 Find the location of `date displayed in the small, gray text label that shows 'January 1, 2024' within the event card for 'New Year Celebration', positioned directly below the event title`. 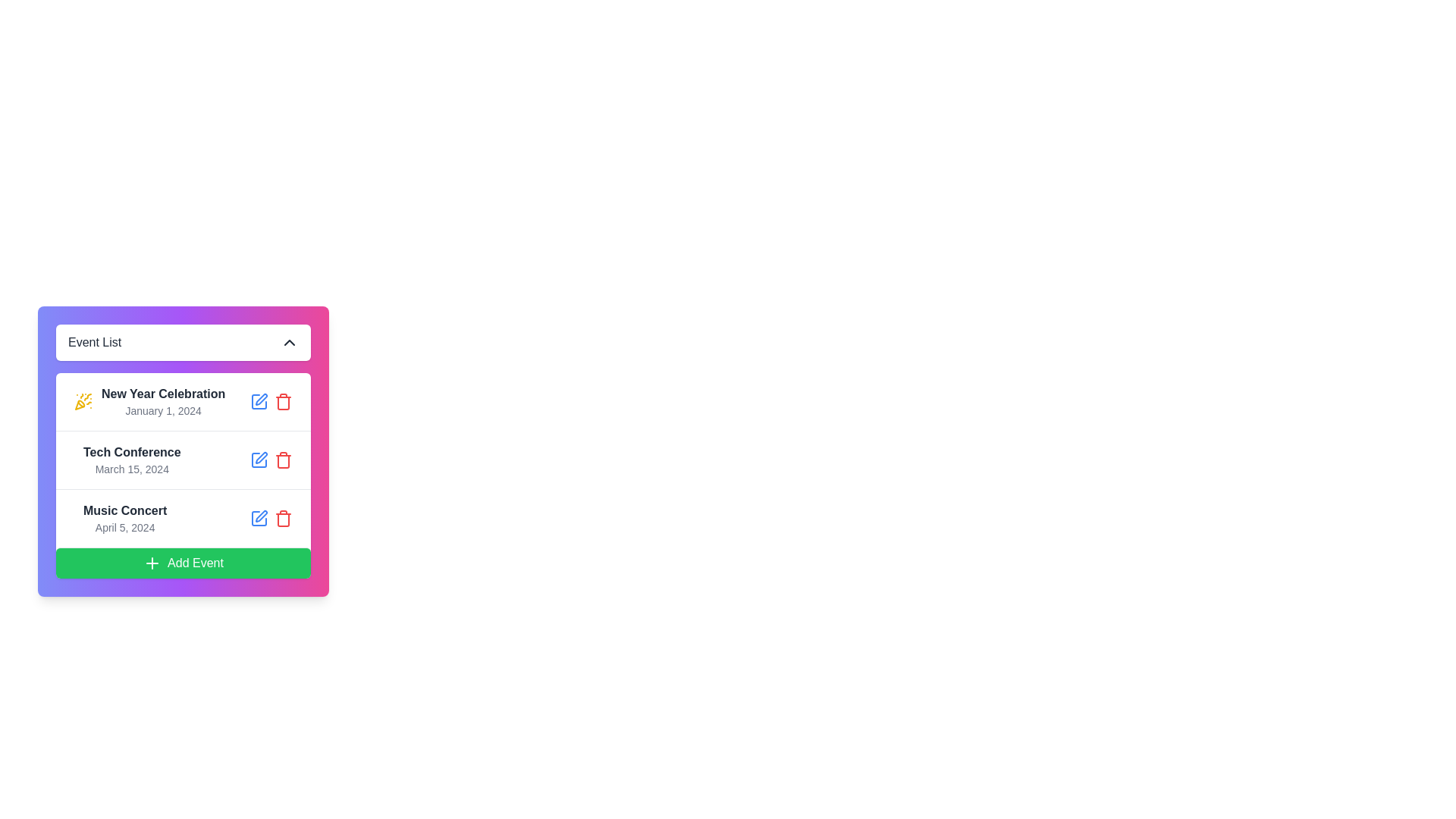

date displayed in the small, gray text label that shows 'January 1, 2024' within the event card for 'New Year Celebration', positioned directly below the event title is located at coordinates (163, 411).